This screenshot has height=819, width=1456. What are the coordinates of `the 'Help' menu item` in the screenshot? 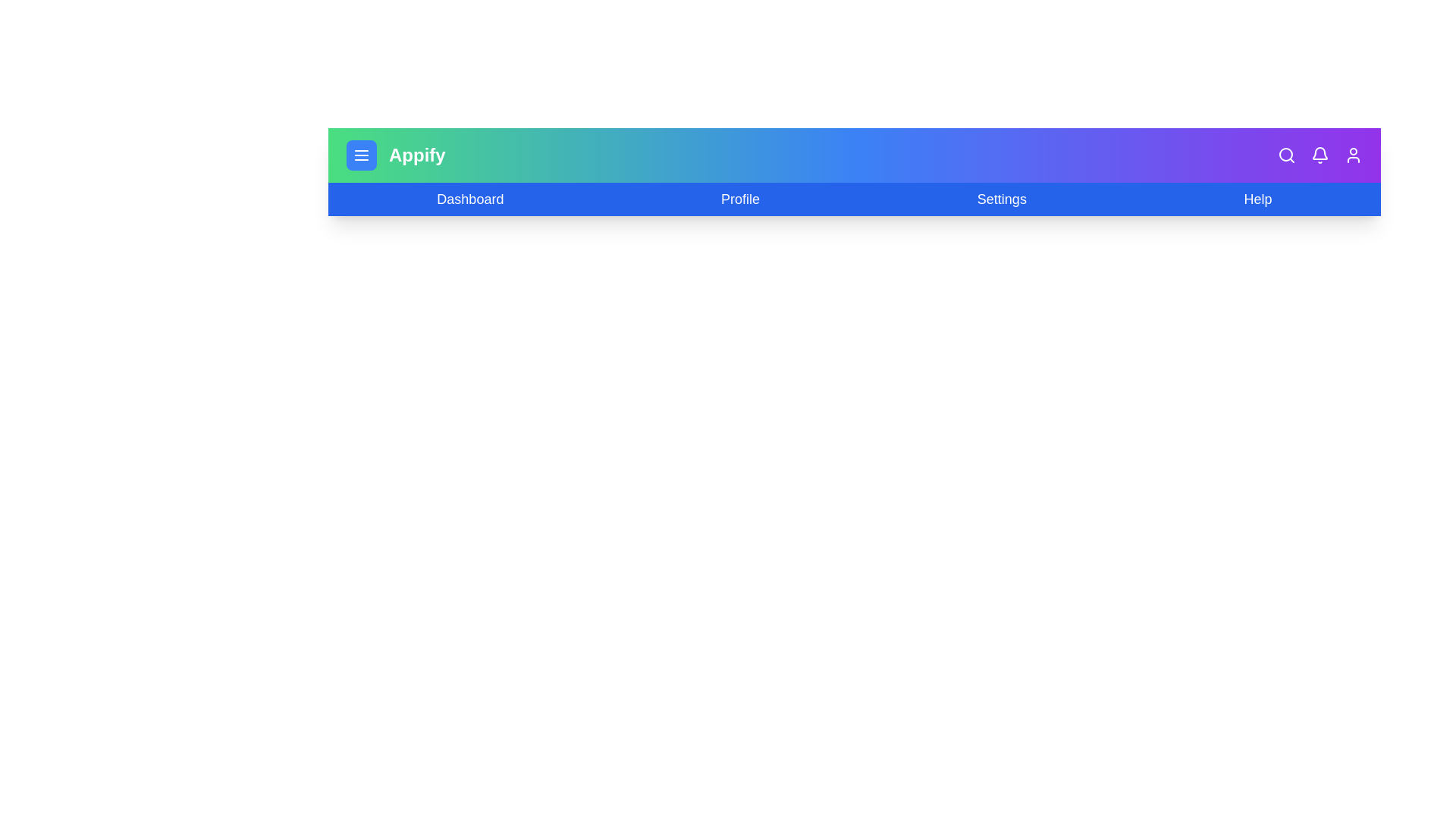 It's located at (1258, 198).